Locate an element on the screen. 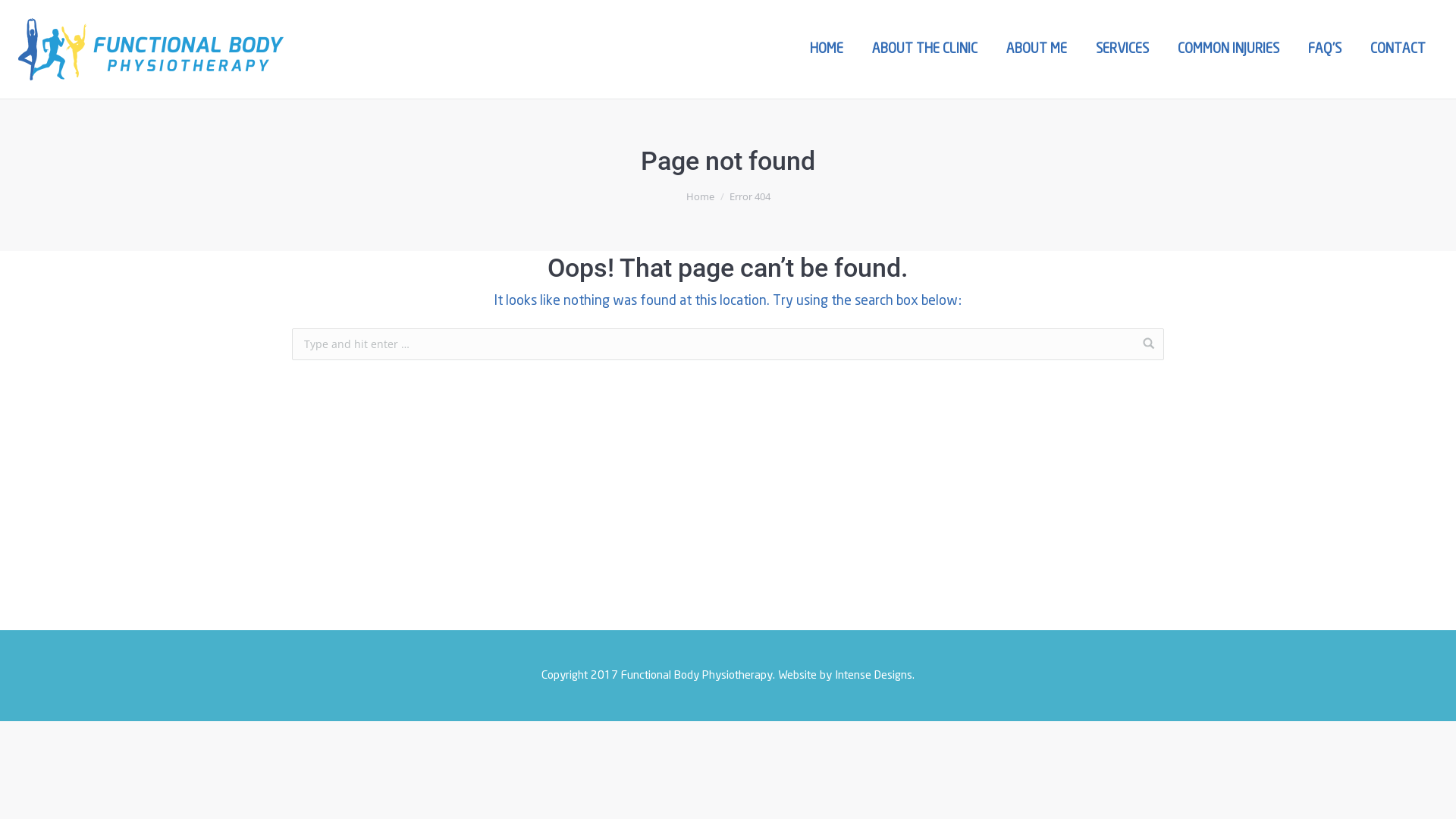 This screenshot has width=1456, height=819. 'Home' is located at coordinates (698, 195).